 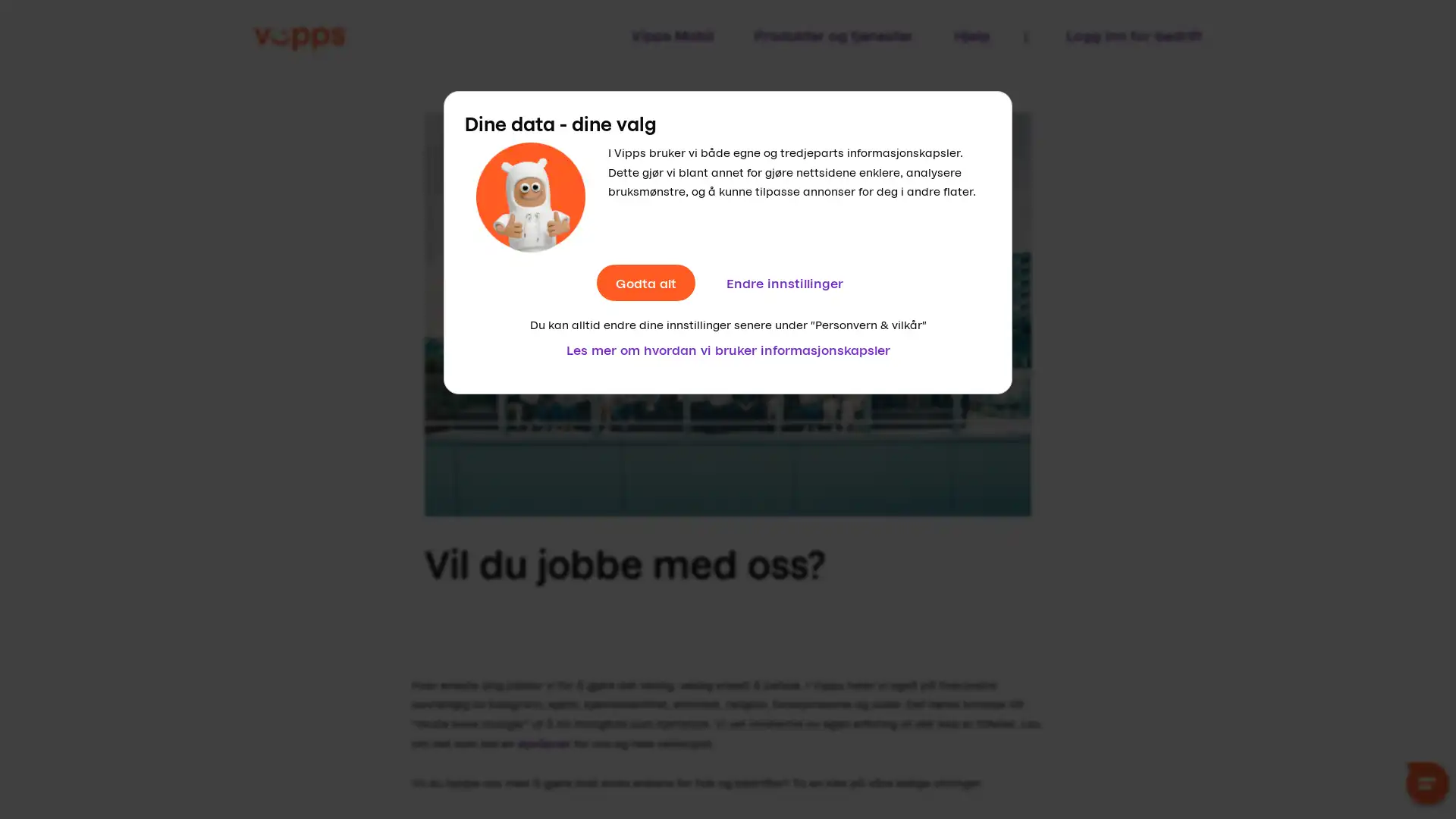 What do you see at coordinates (645, 283) in the screenshot?
I see `Godta alt` at bounding box center [645, 283].